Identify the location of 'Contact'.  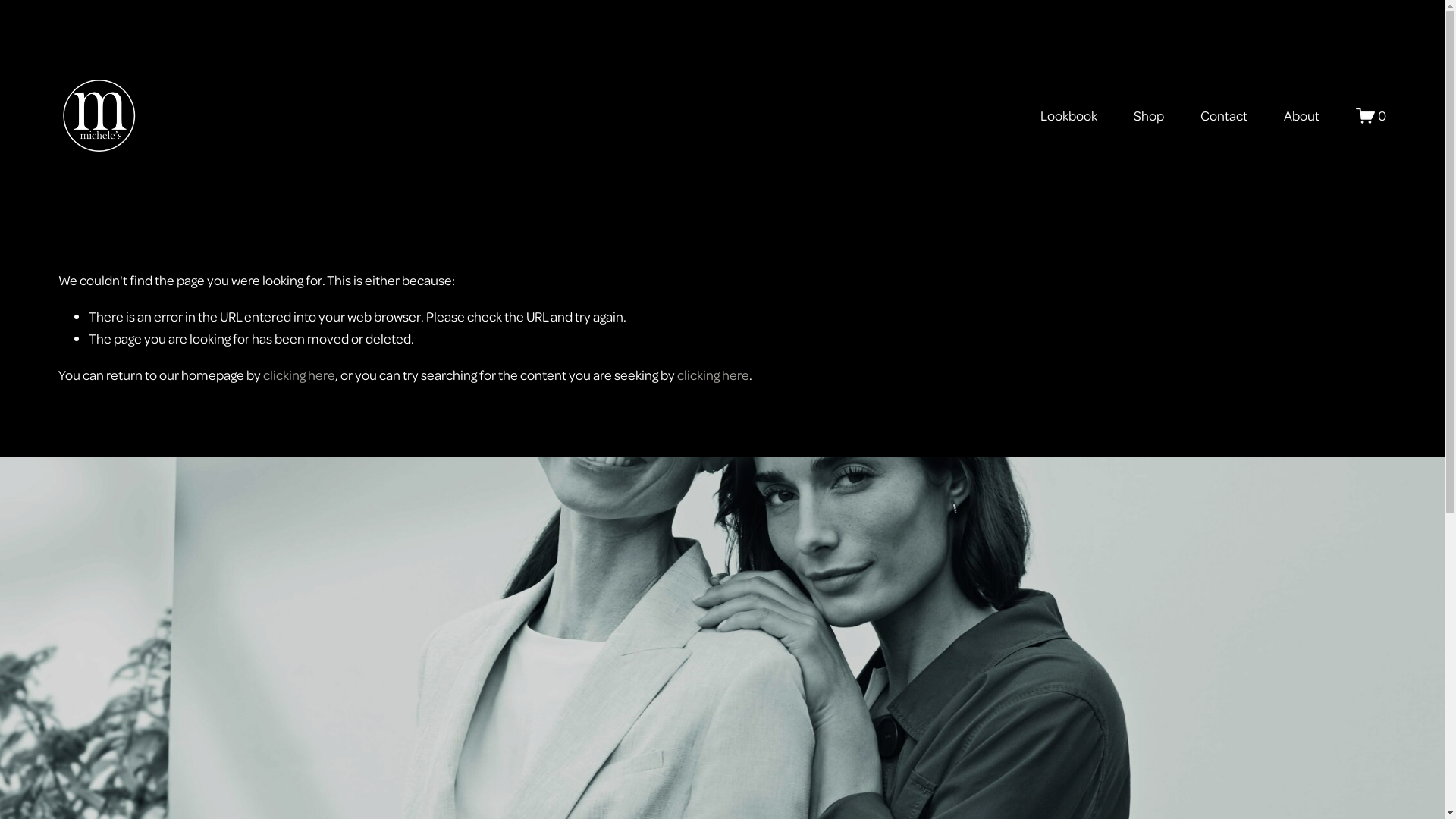
(1200, 115).